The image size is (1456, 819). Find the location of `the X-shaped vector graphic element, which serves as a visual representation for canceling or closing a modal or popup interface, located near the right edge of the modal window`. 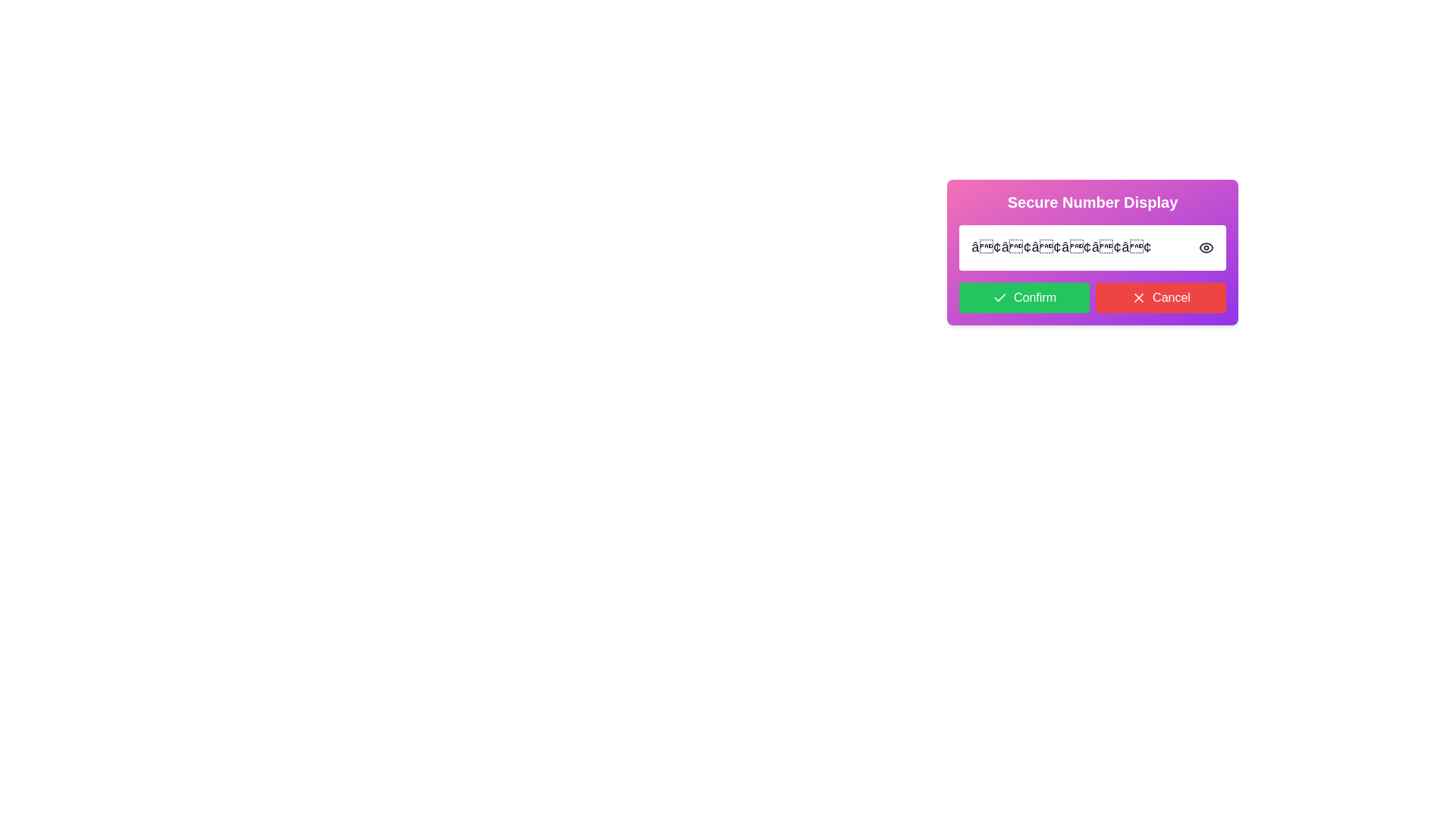

the X-shaped vector graphic element, which serves as a visual representation for canceling or closing a modal or popup interface, located near the right edge of the modal window is located at coordinates (1139, 298).